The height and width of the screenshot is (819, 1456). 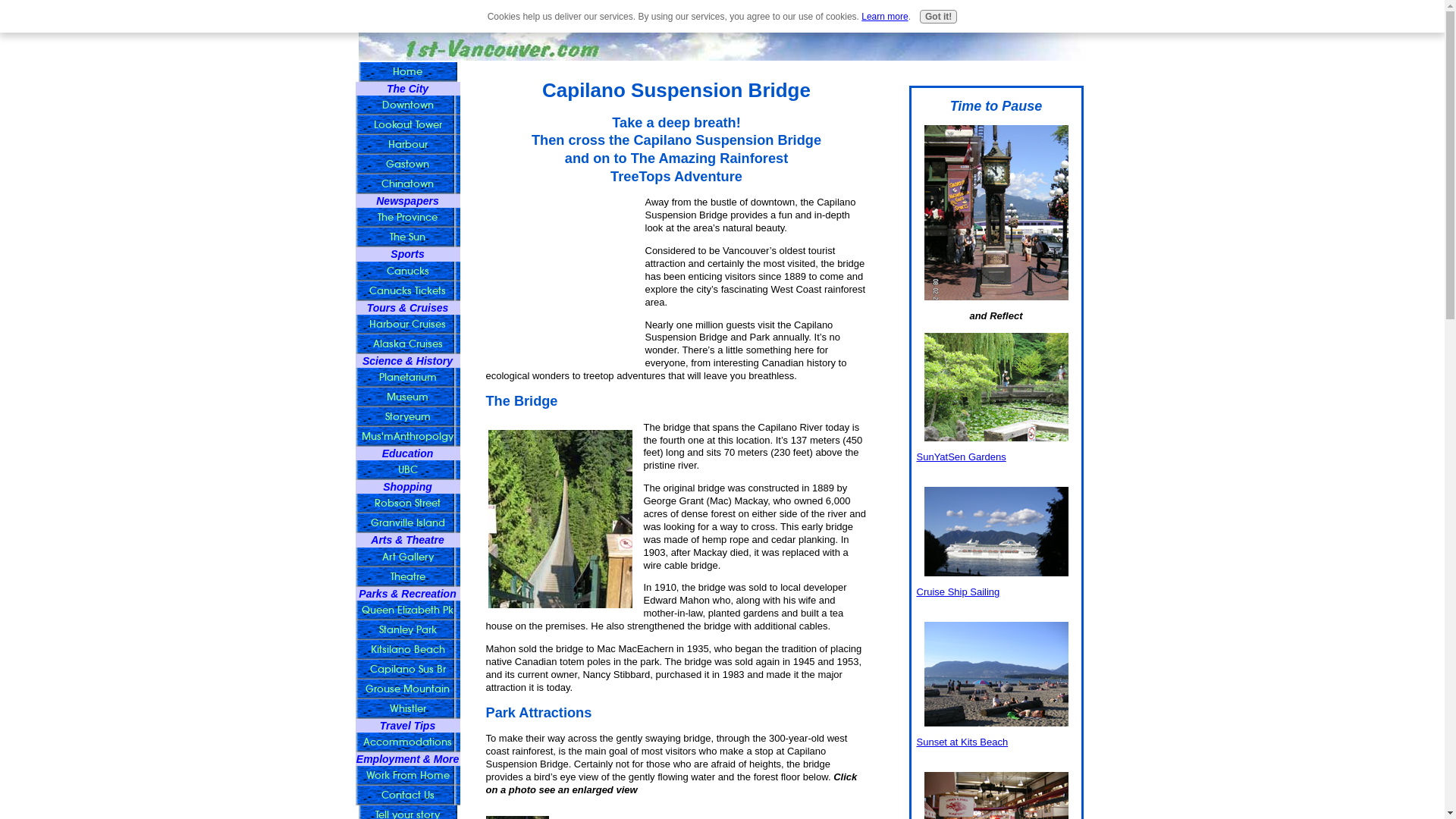 What do you see at coordinates (407, 164) in the screenshot?
I see `'Gastown'` at bounding box center [407, 164].